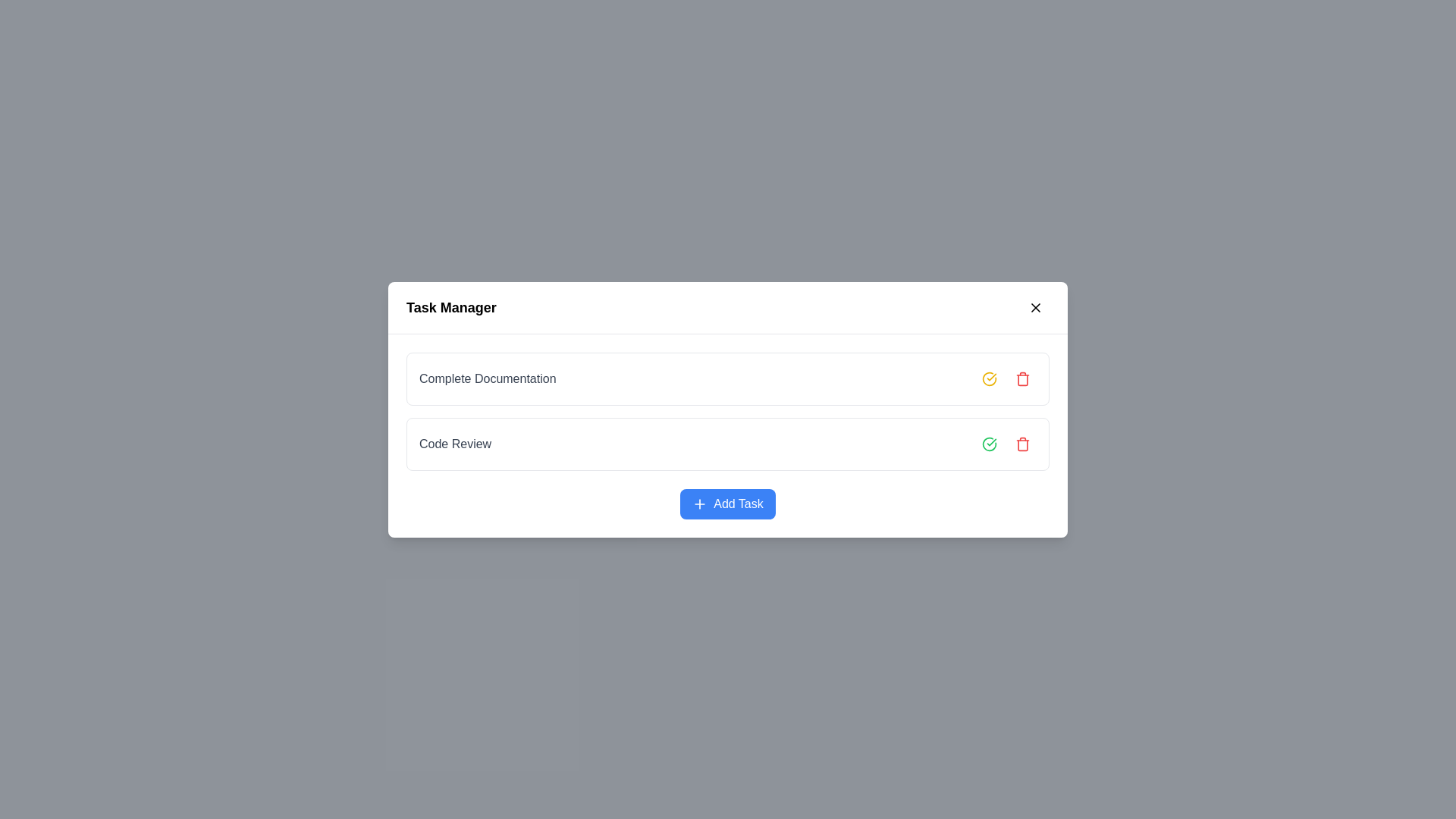  Describe the element at coordinates (990, 444) in the screenshot. I see `the completion icon indicating the task 'Complete Documentation' in the task manager interface, which is positioned to the right of the task description` at that location.